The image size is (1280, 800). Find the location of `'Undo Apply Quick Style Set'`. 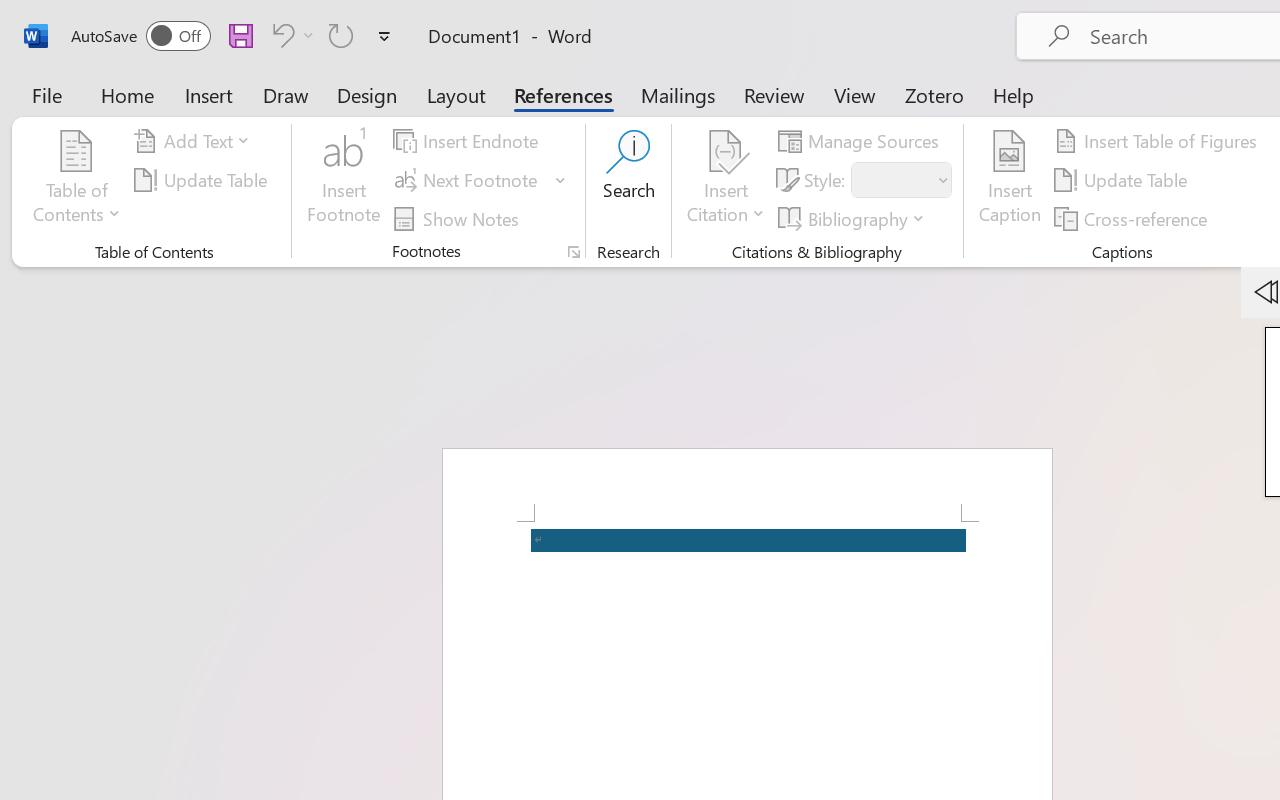

'Undo Apply Quick Style Set' is located at coordinates (289, 34).